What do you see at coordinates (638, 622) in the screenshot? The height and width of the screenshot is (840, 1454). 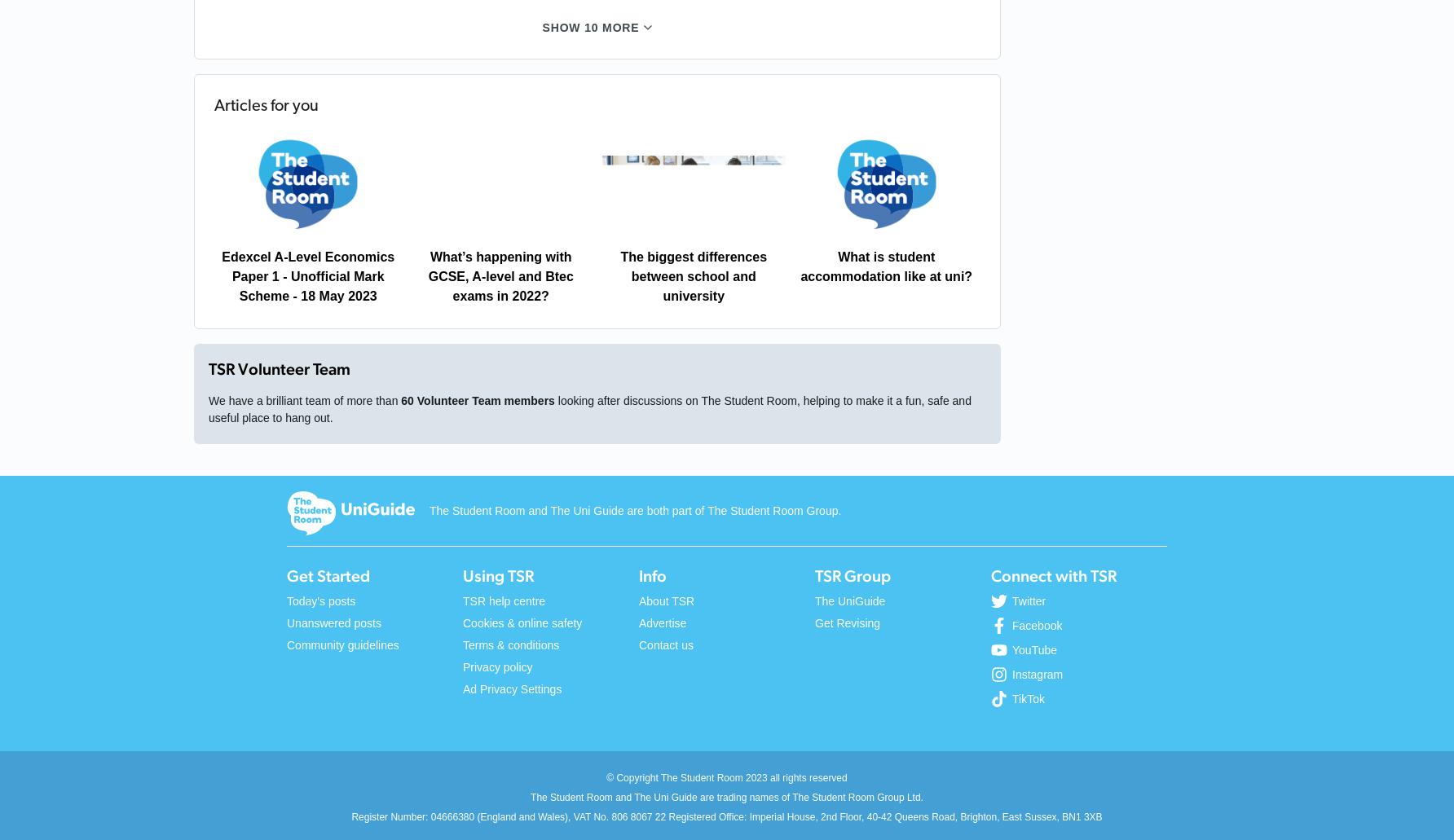 I see `'Advertise'` at bounding box center [638, 622].